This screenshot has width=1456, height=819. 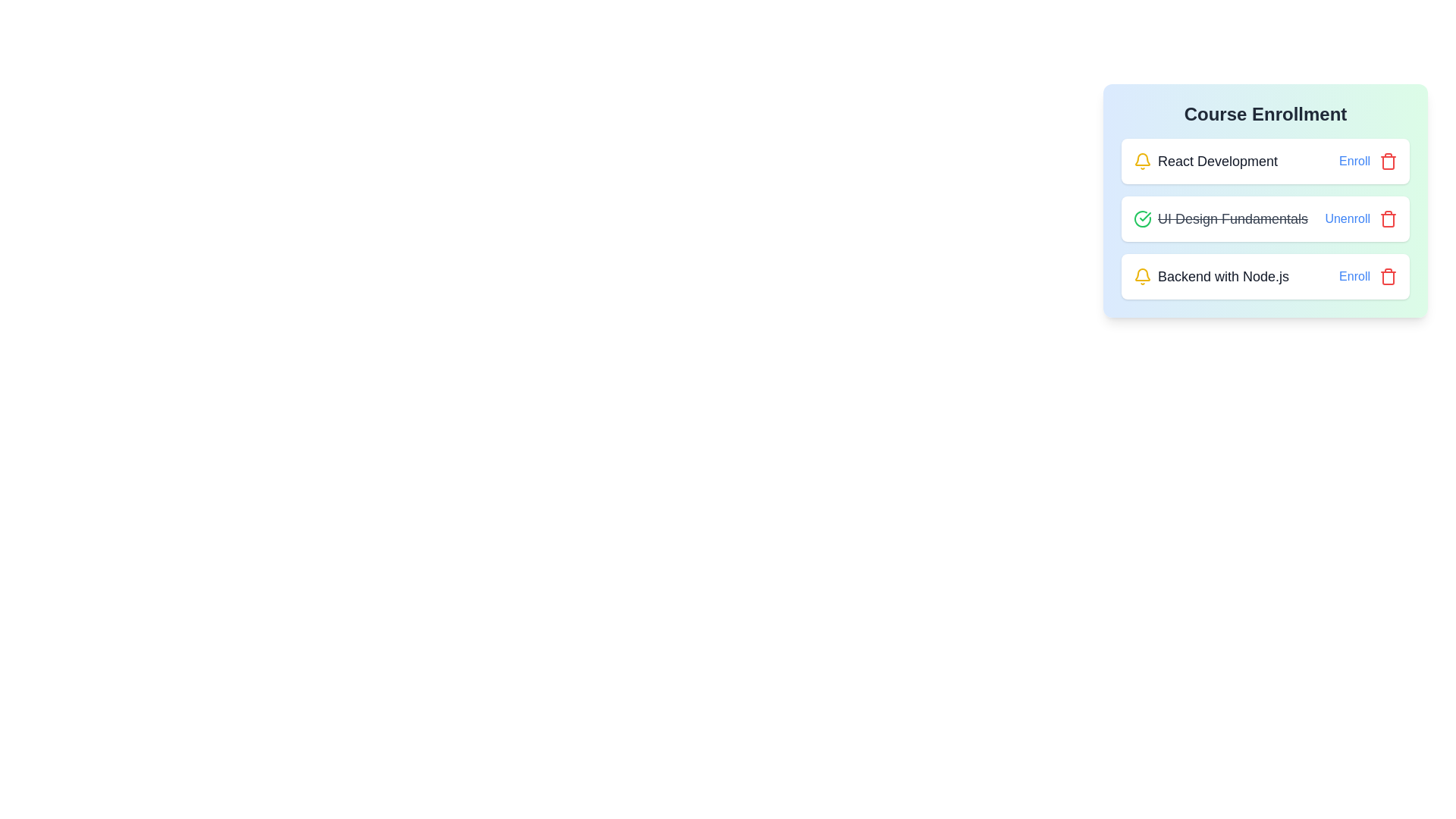 What do you see at coordinates (1388, 161) in the screenshot?
I see `the remove button for the course React Development` at bounding box center [1388, 161].